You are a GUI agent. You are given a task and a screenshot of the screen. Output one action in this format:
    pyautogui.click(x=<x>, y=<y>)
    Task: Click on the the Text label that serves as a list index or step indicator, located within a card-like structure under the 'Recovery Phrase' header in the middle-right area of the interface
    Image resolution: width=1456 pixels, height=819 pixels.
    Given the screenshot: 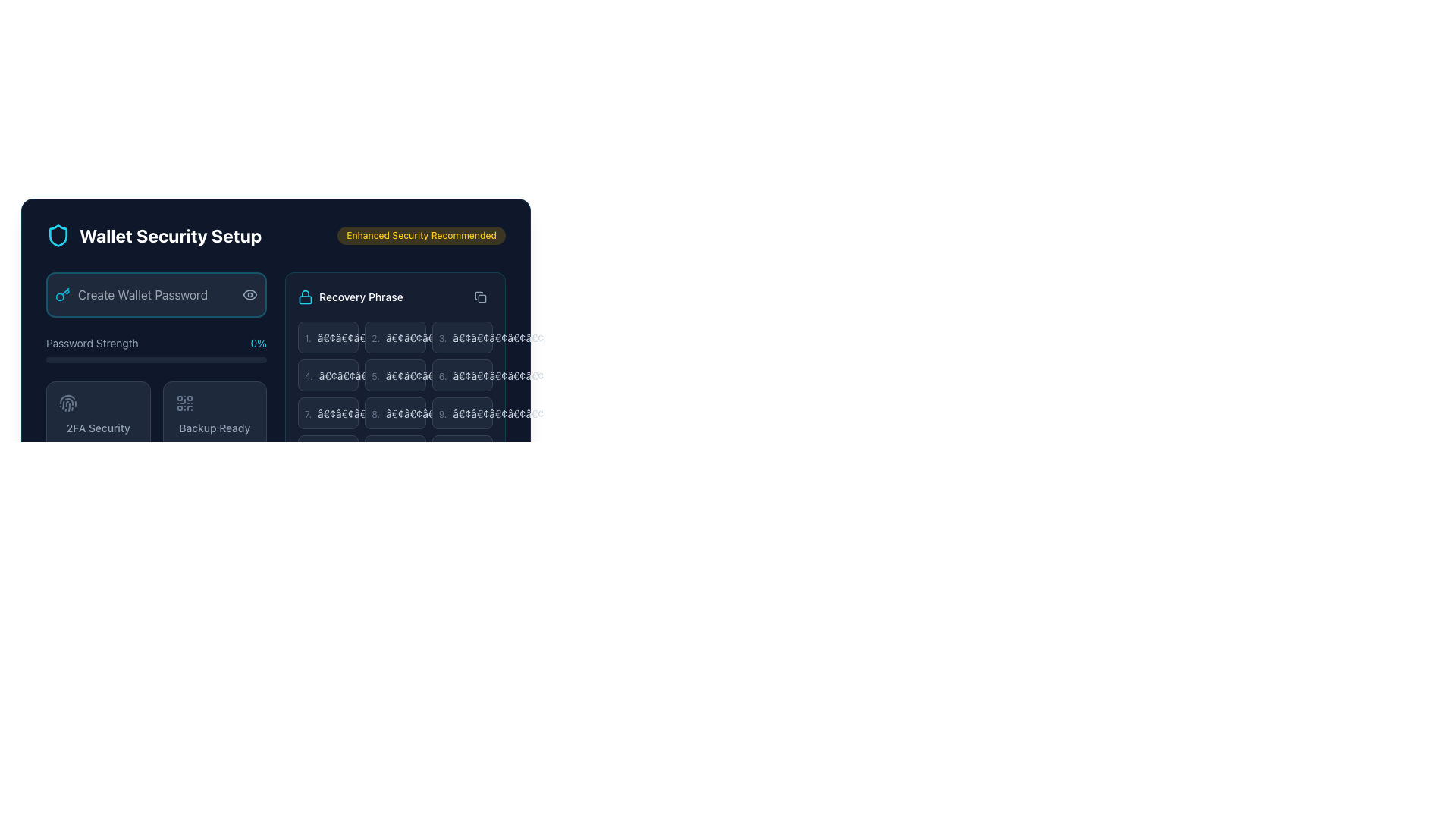 What is the action you would take?
    pyautogui.click(x=375, y=337)
    